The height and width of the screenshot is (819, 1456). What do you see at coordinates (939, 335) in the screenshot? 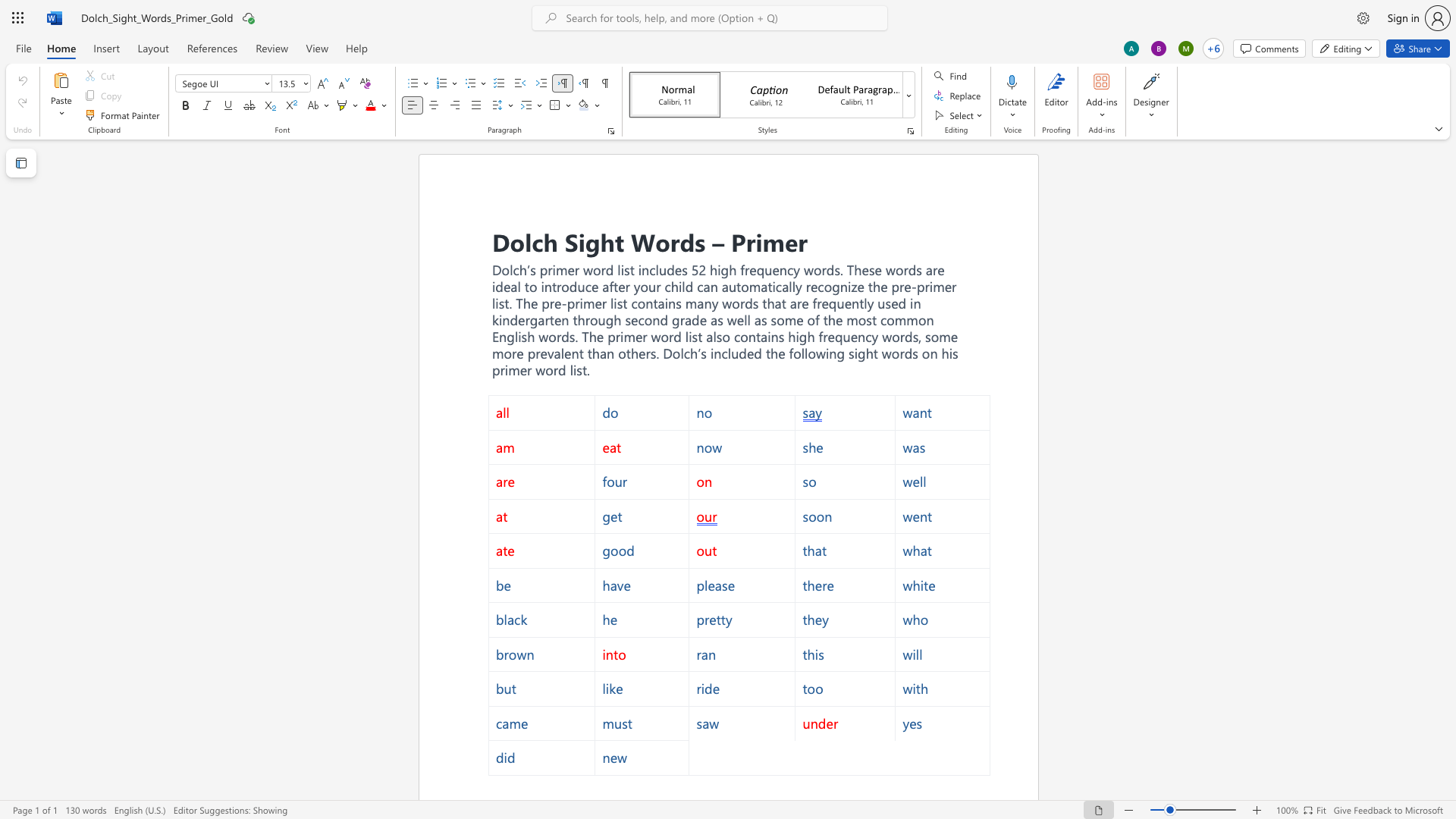
I see `the space between the continuous character "o" and "m" in the text` at bounding box center [939, 335].